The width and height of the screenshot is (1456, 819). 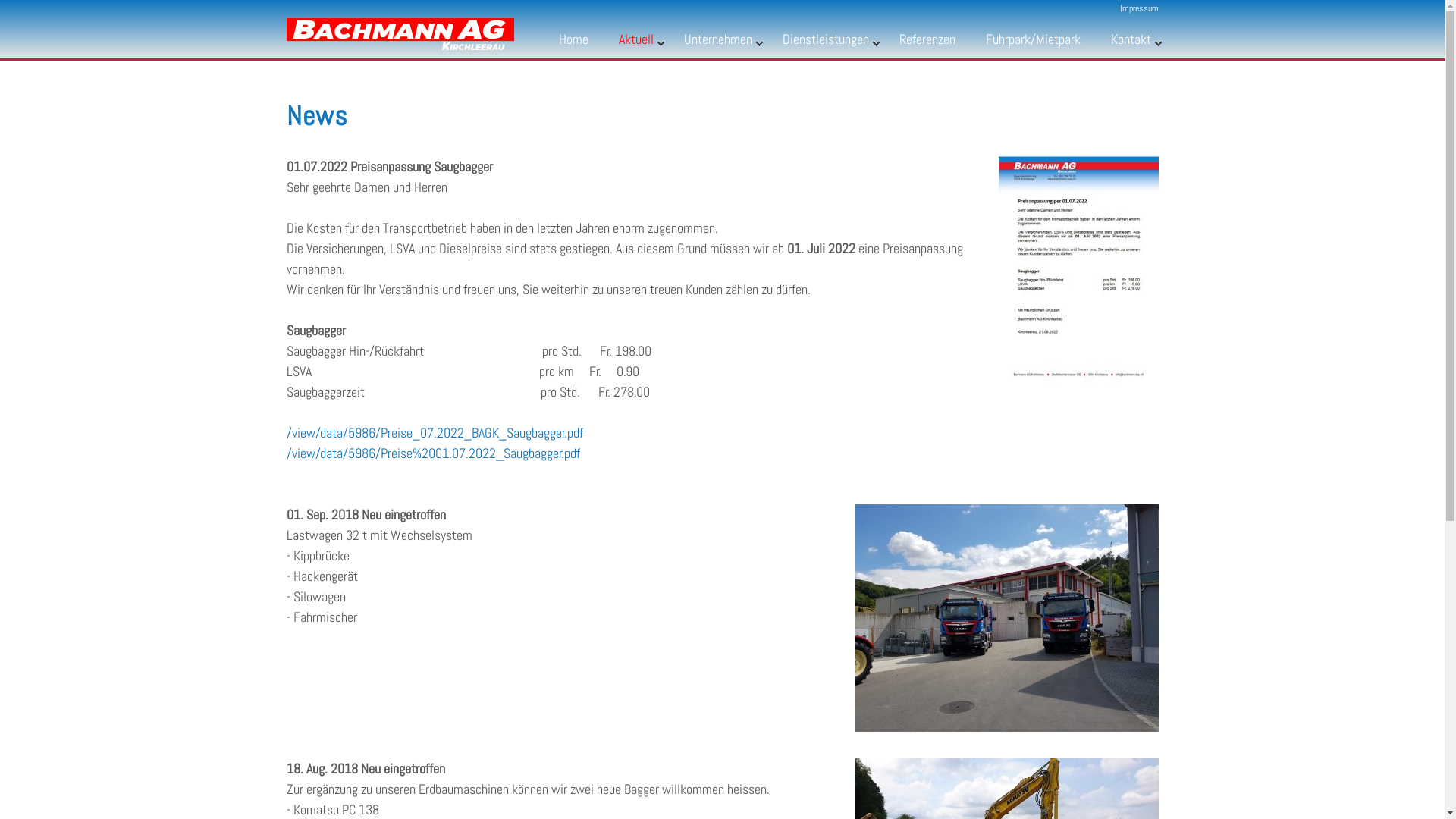 What do you see at coordinates (1032, 42) in the screenshot?
I see `'Fuhrpark/Mietpark'` at bounding box center [1032, 42].